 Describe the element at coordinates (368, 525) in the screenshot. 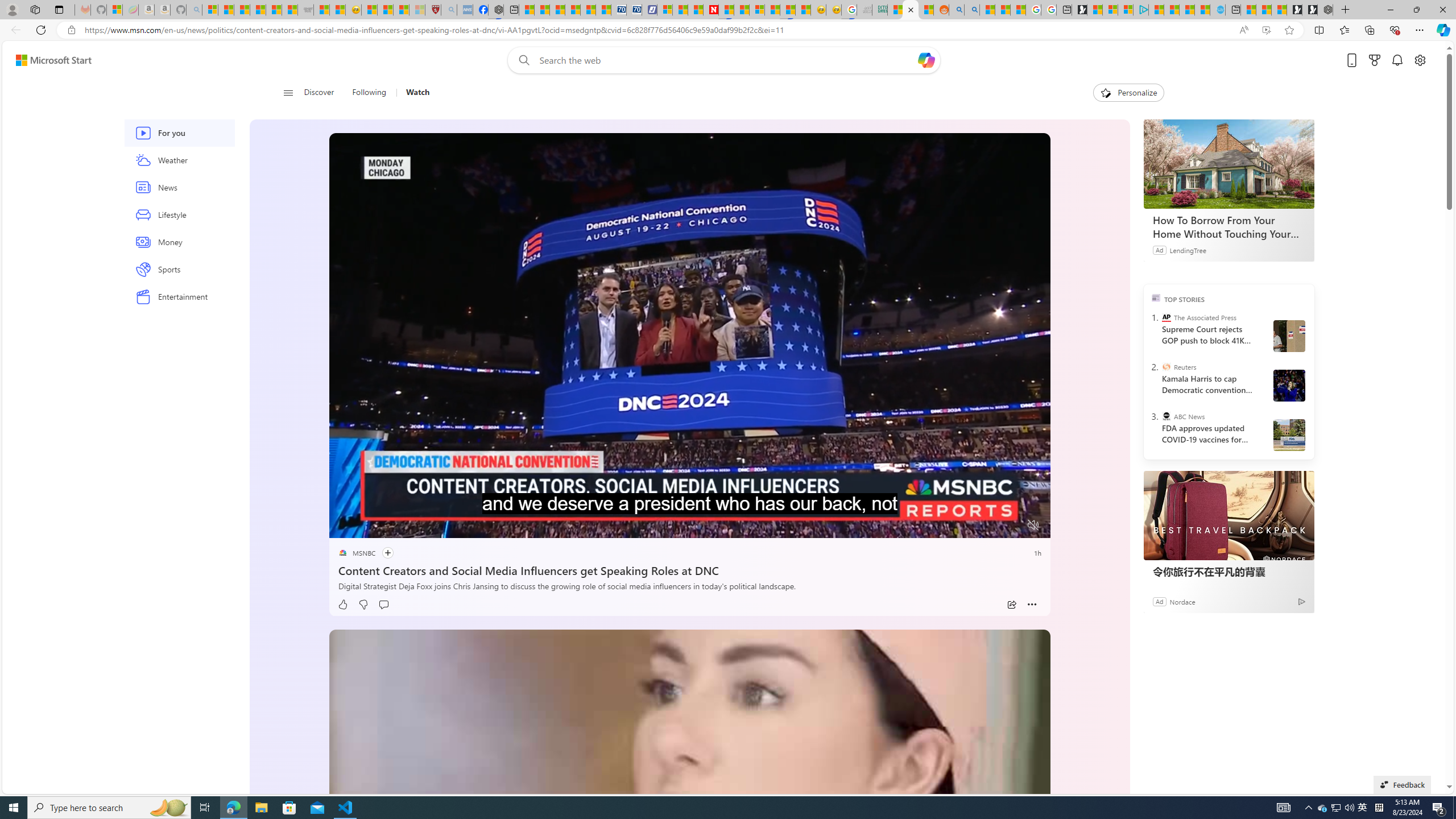

I see `'Seek Back'` at that location.